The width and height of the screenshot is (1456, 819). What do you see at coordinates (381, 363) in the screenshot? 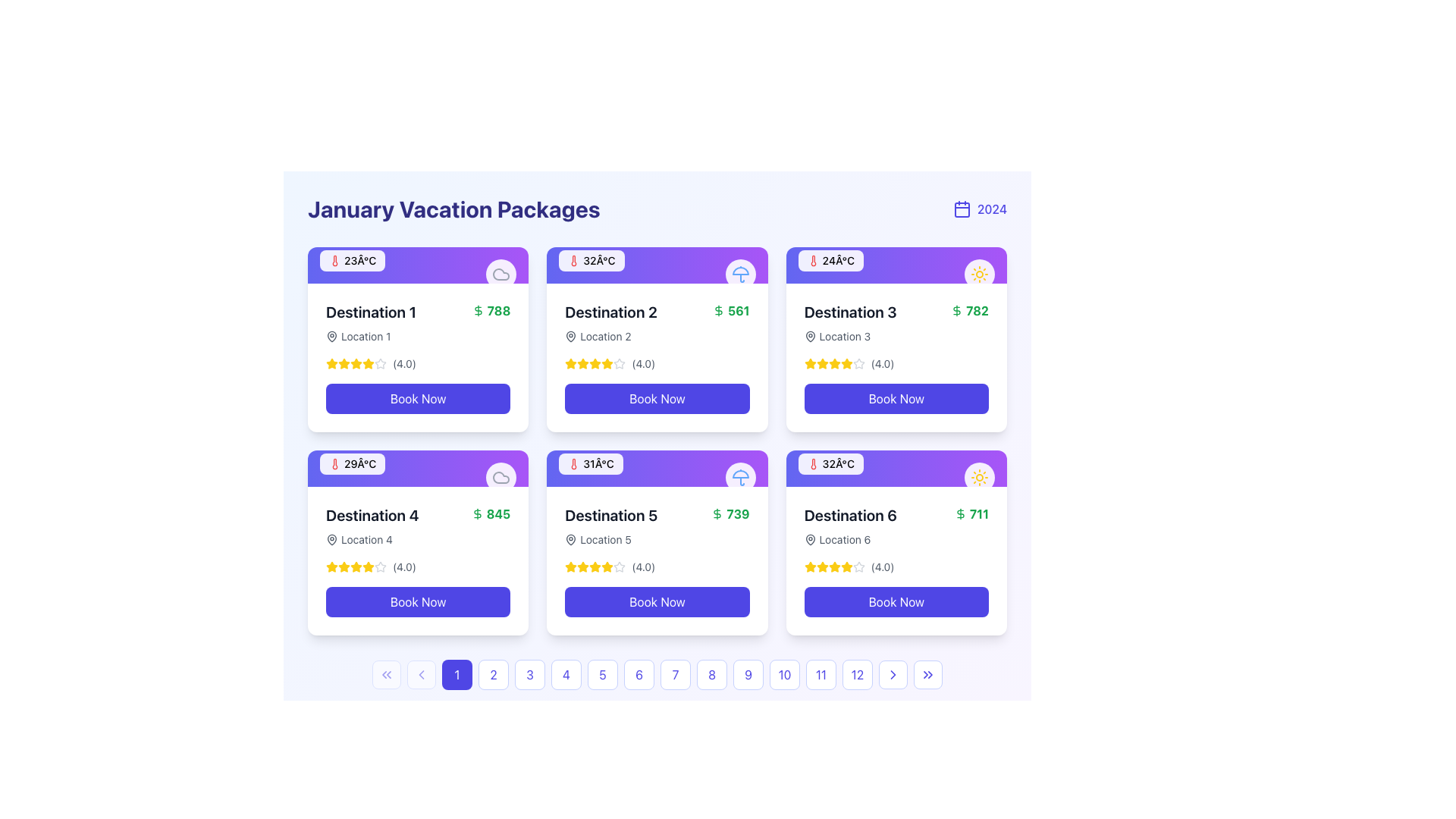
I see `the fourth star in the rating display for the destination` at bounding box center [381, 363].